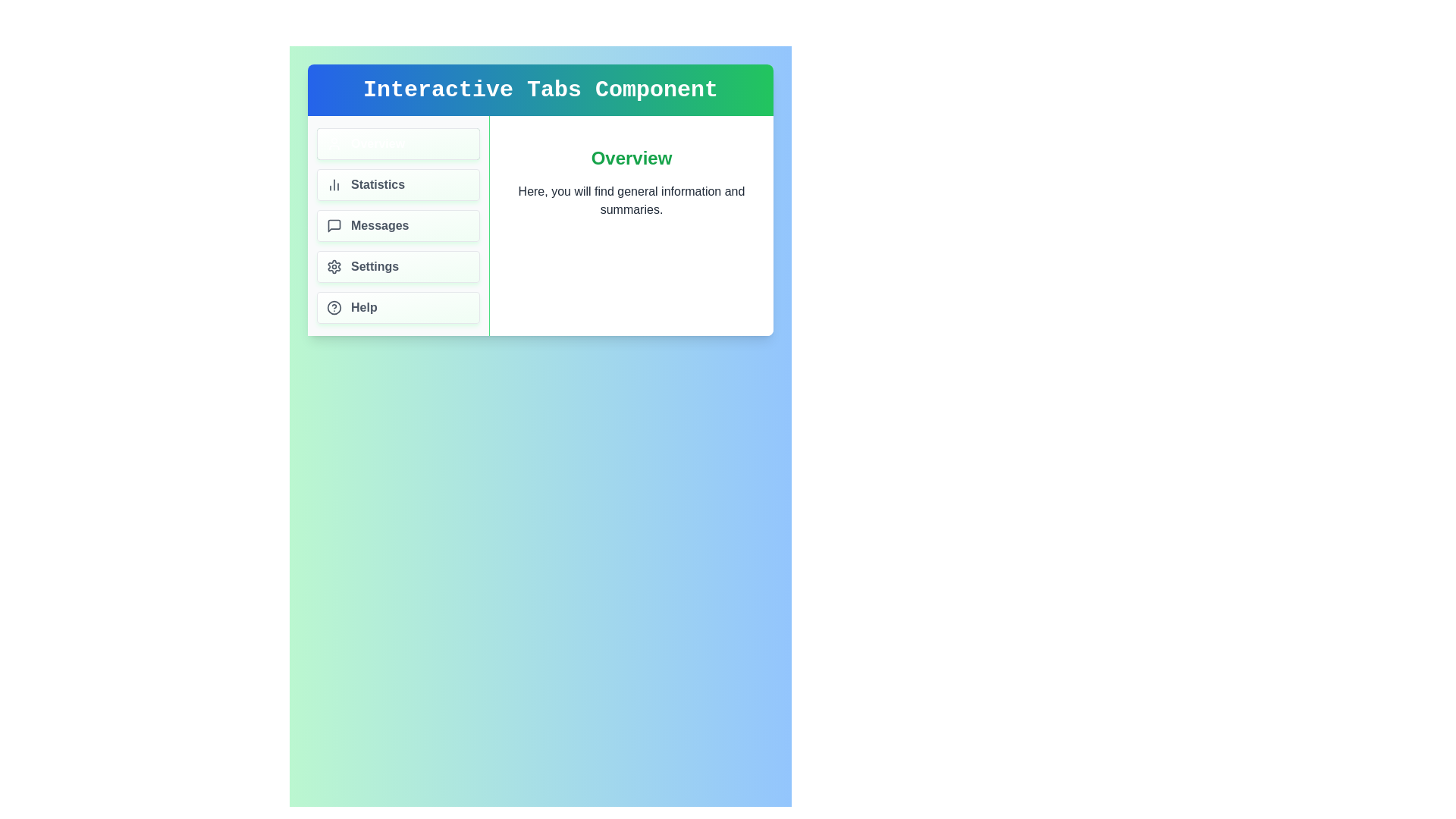 This screenshot has height=819, width=1456. Describe the element at coordinates (398, 265) in the screenshot. I see `the tab labeled Settings` at that location.